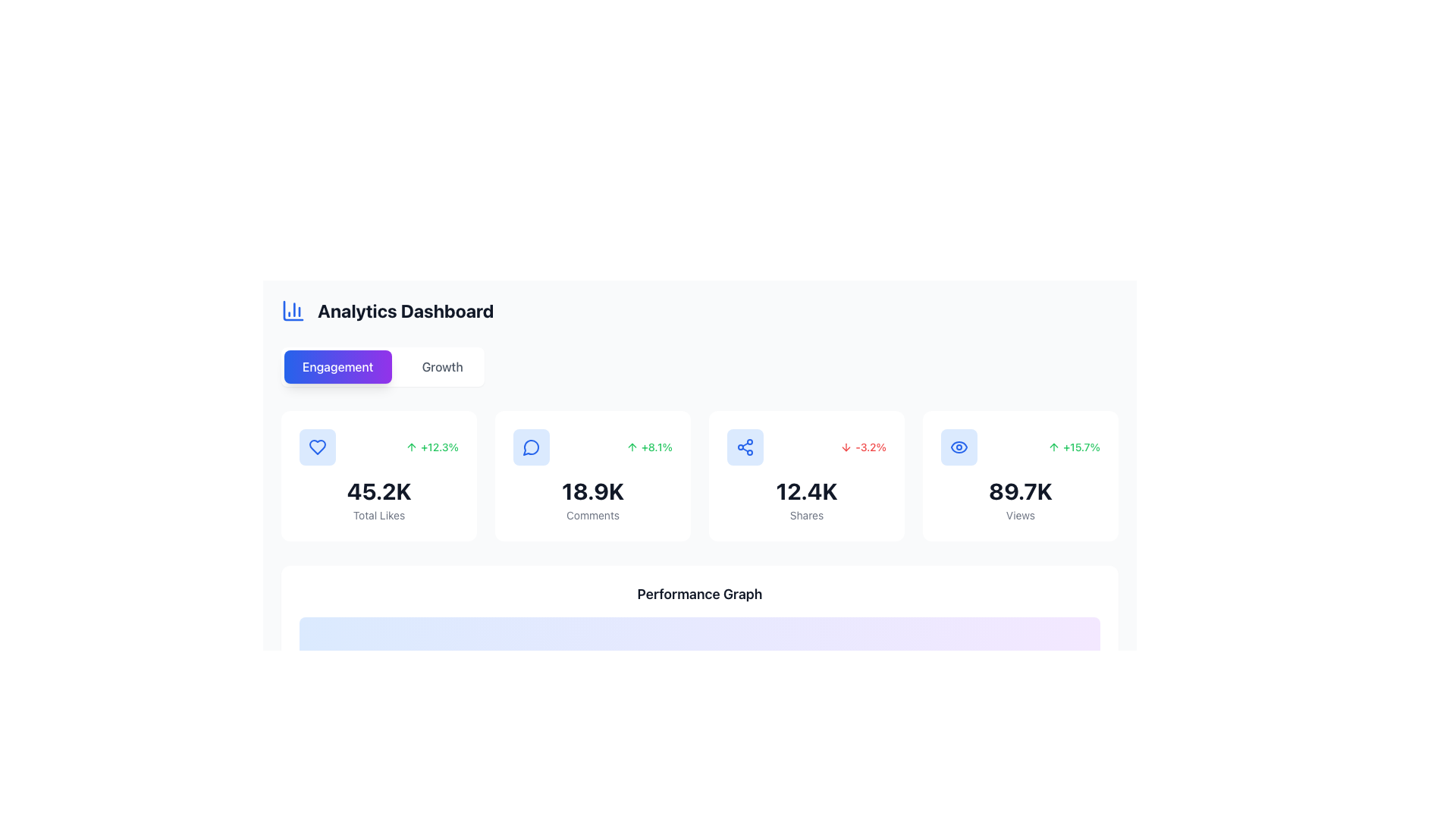 The height and width of the screenshot is (819, 1456). I want to click on the blue outlined eye-shaped icon with a circular pupil, located at the bottom right corner of the dashboard's metric card grid, so click(959, 447).